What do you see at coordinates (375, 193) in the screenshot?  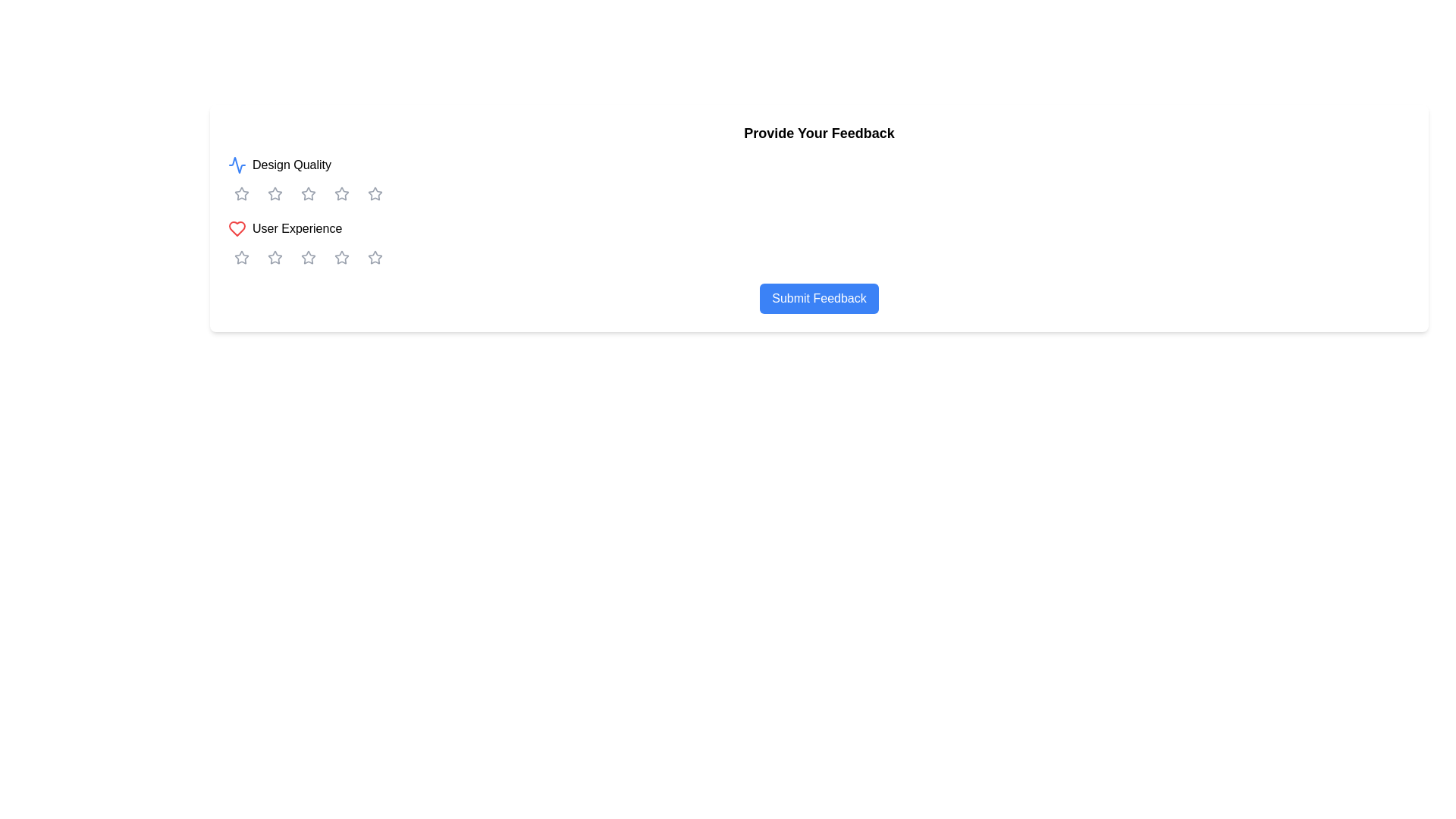 I see `the fifth star icon in the rating system for 'Design Quality'` at bounding box center [375, 193].